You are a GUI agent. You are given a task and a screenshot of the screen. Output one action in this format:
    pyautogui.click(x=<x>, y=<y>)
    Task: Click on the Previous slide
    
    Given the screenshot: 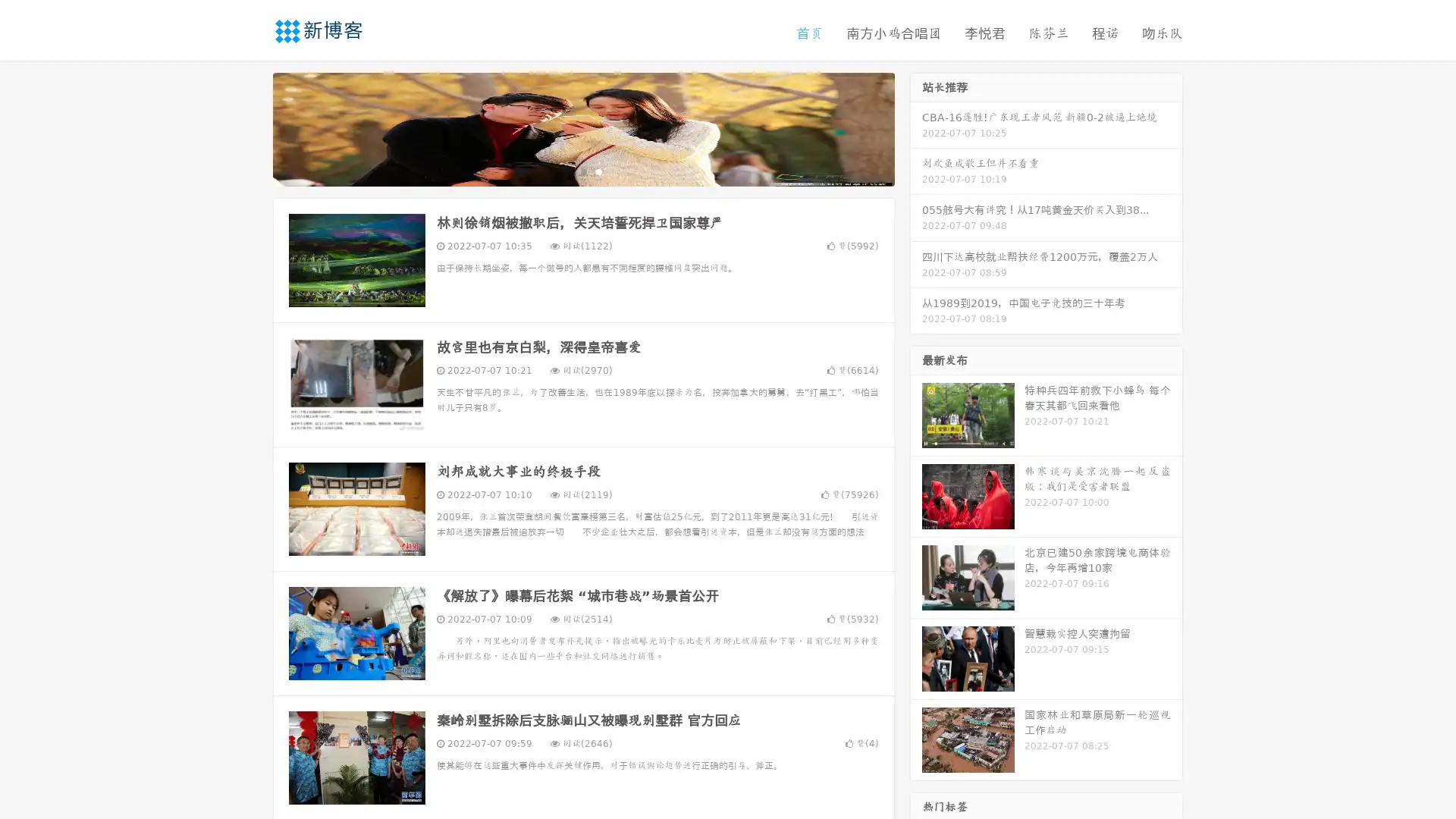 What is the action you would take?
    pyautogui.click(x=250, y=127)
    